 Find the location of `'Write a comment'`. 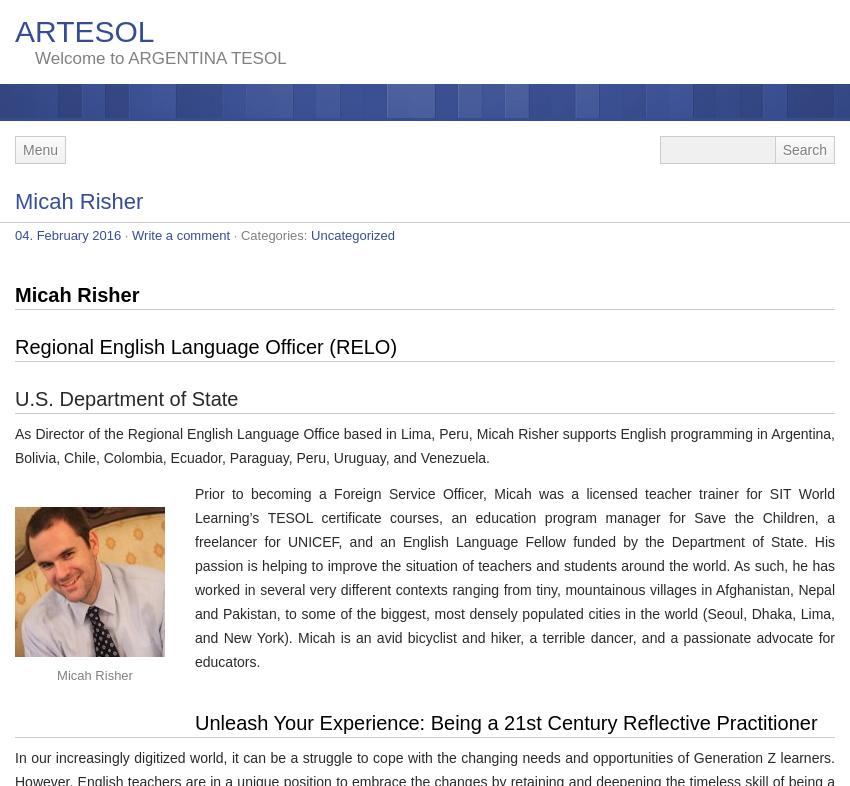

'Write a comment' is located at coordinates (179, 235).